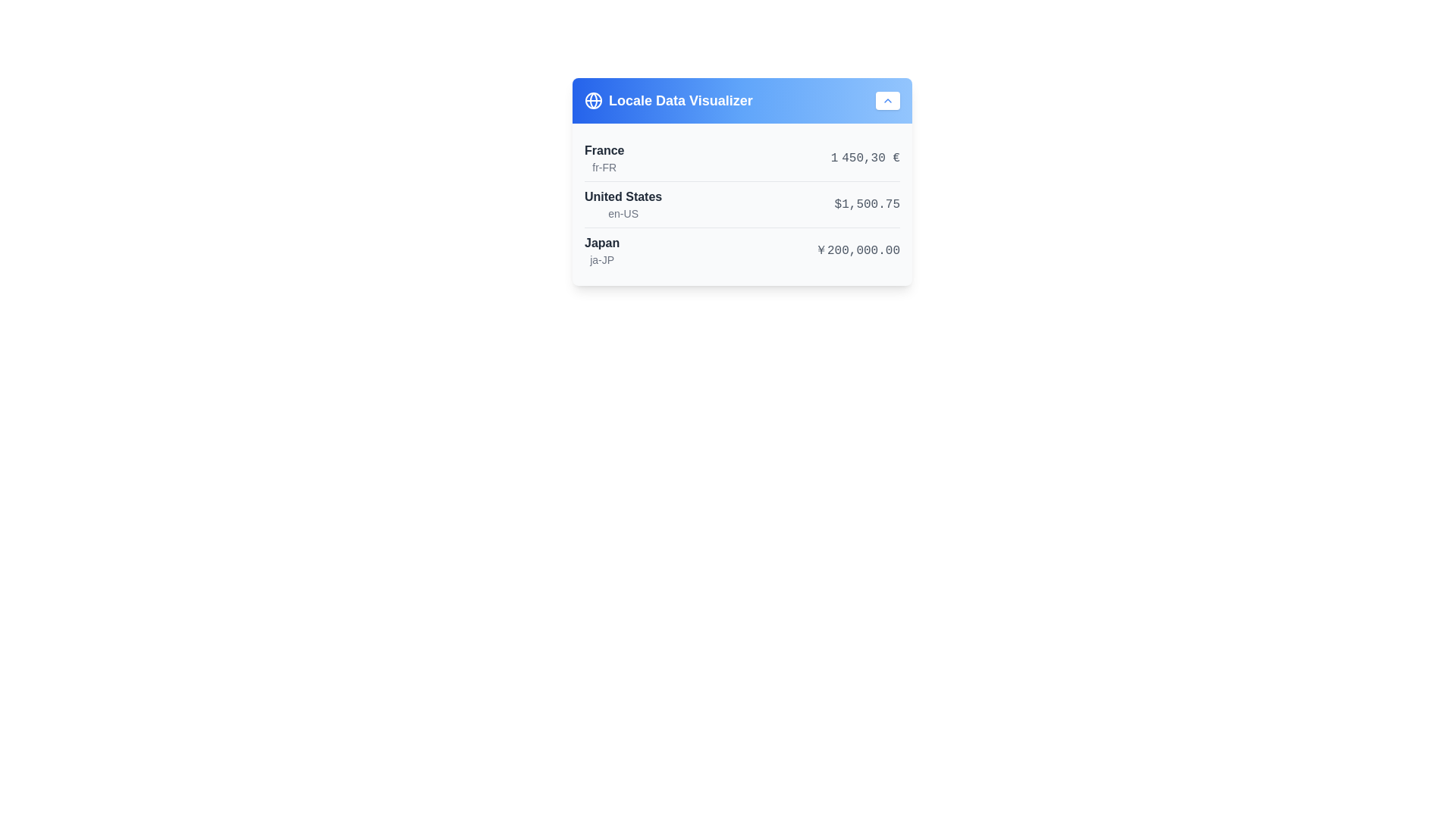 This screenshot has height=819, width=1456. Describe the element at coordinates (742, 203) in the screenshot. I see `the second item in the vertically stacked list of country-locale data pairs that displays locale-specific data for the 'United States'` at that location.